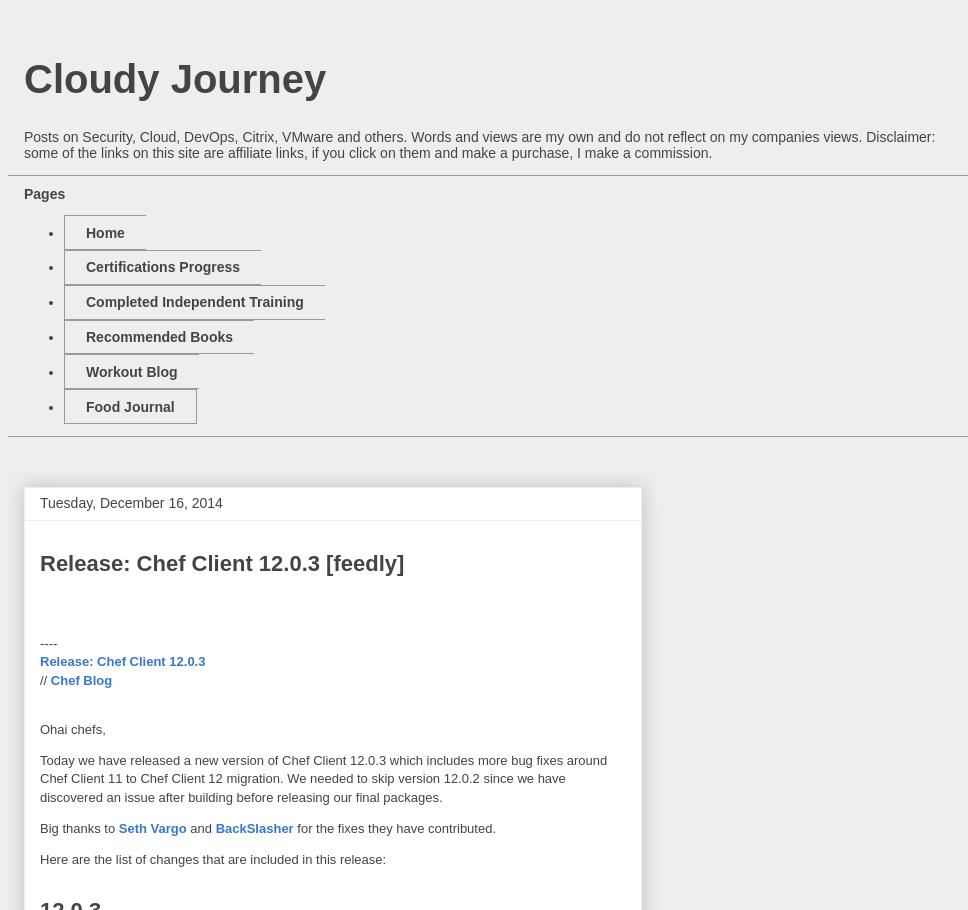 The height and width of the screenshot is (910, 968). What do you see at coordinates (47, 643) in the screenshot?
I see `'----'` at bounding box center [47, 643].